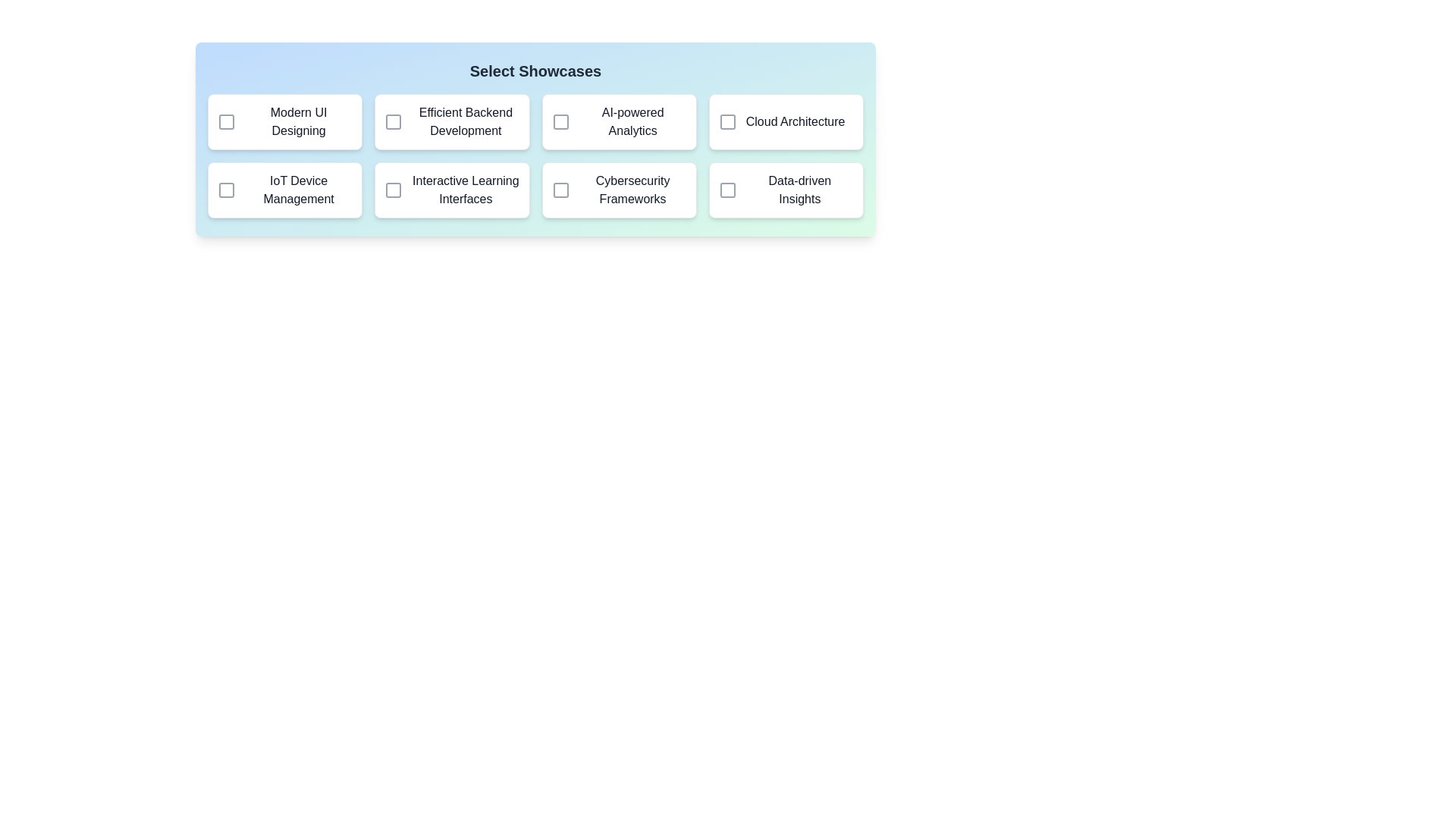  What do you see at coordinates (726, 121) in the screenshot?
I see `the showcase corresponding to Cloud Architecture` at bounding box center [726, 121].